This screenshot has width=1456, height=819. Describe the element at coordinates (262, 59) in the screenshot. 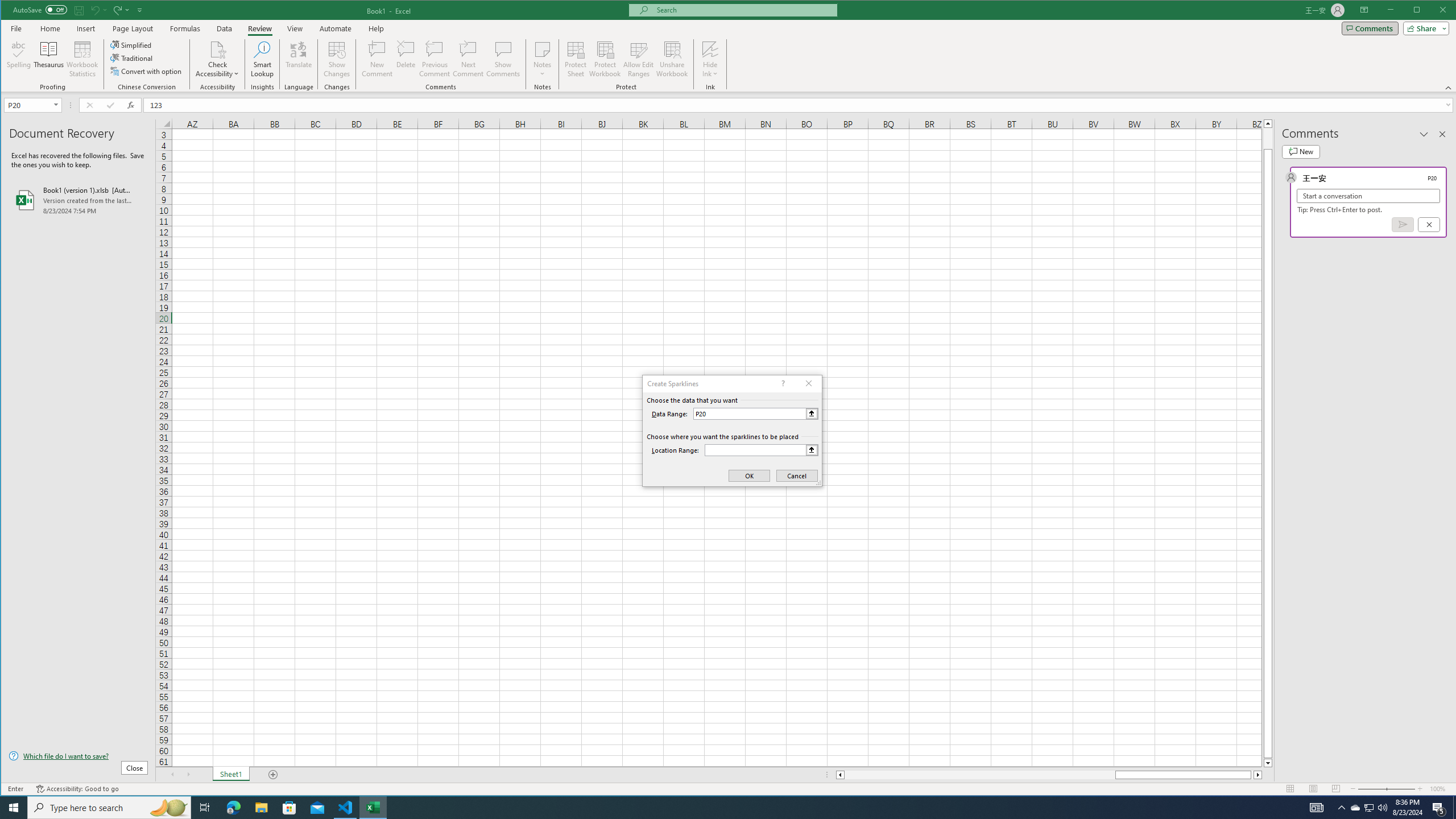

I see `'Smart Lookup'` at that location.